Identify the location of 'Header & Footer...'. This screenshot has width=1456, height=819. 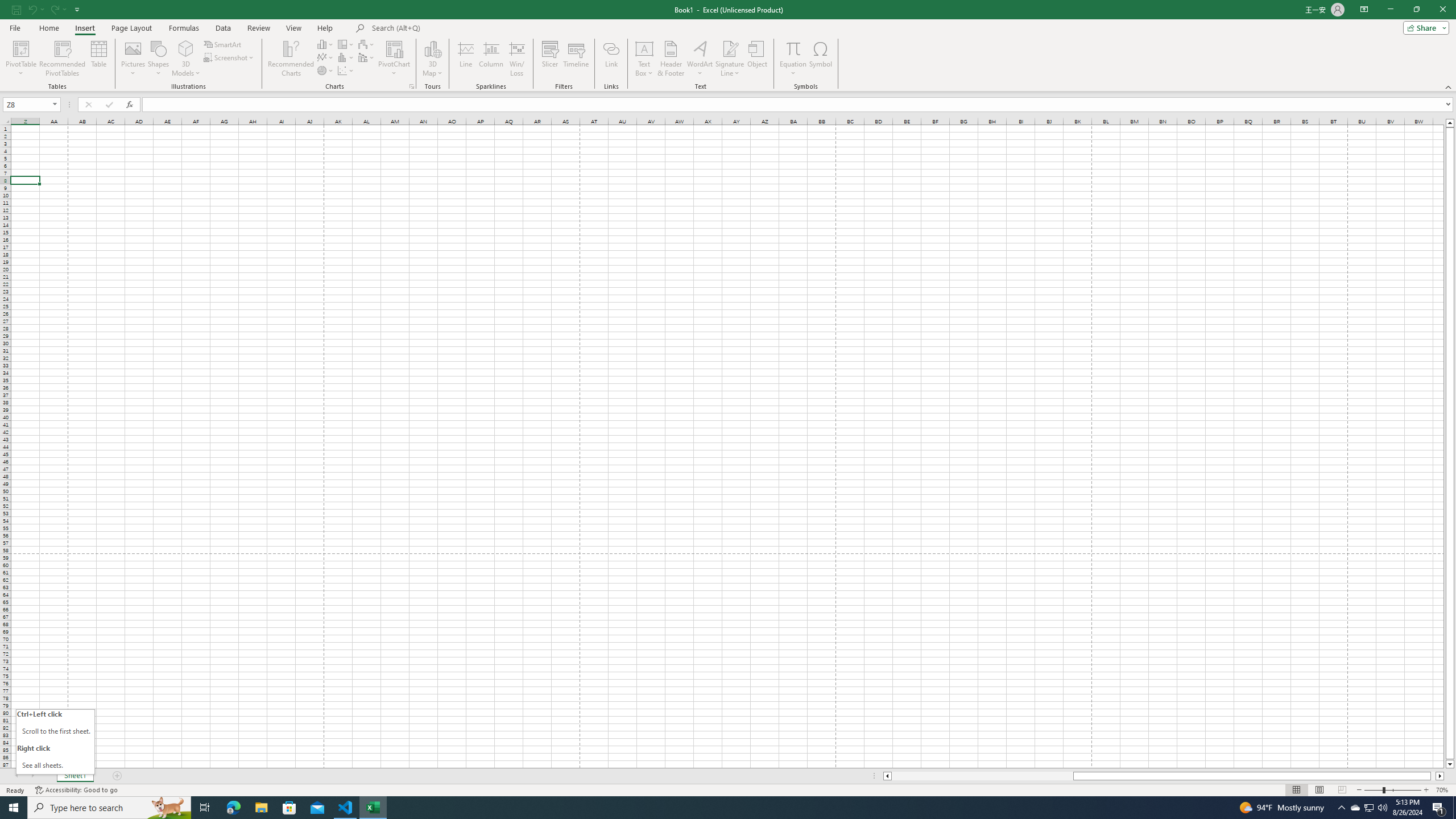
(671, 59).